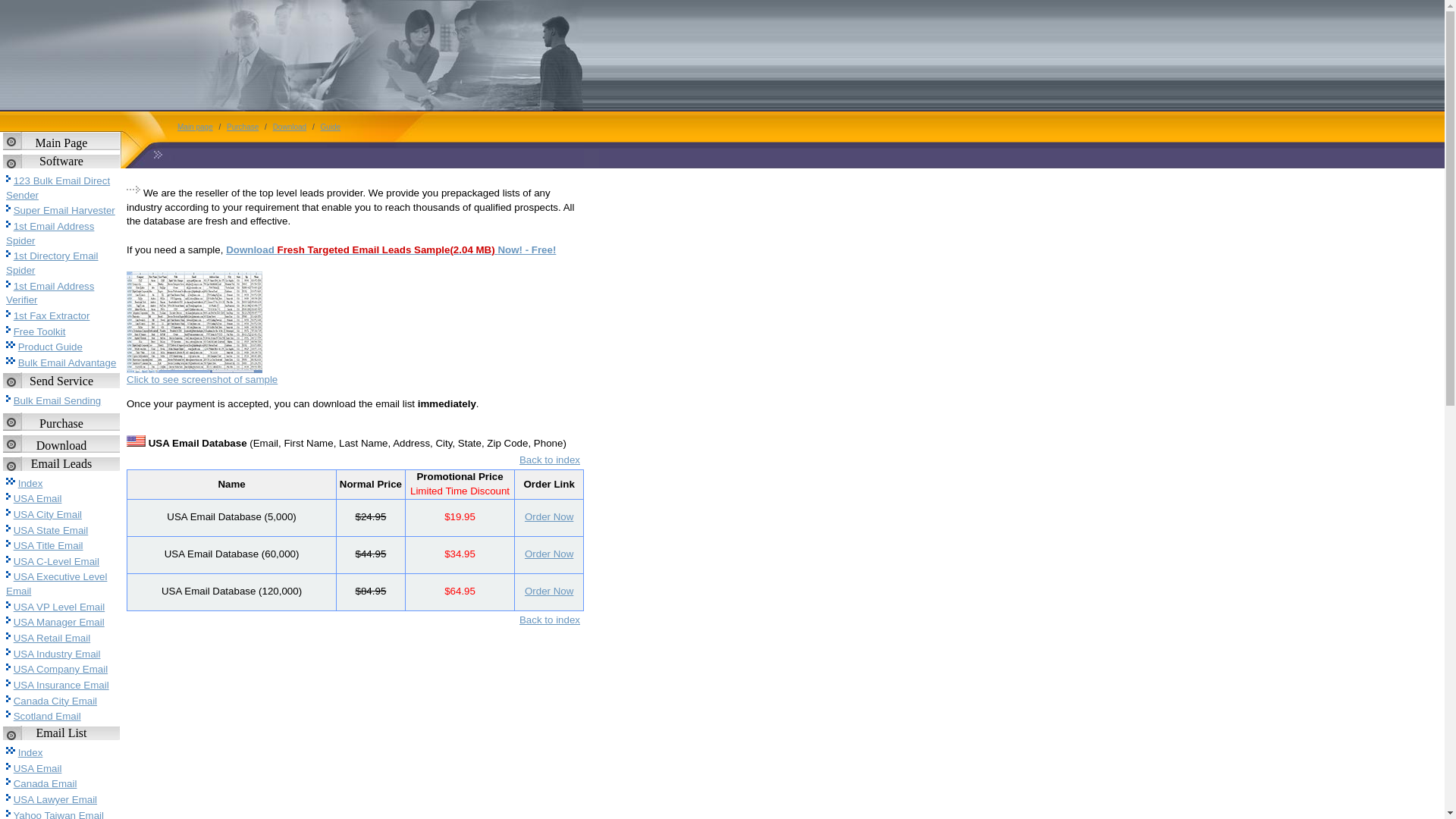 The width and height of the screenshot is (1456, 819). What do you see at coordinates (67, 362) in the screenshot?
I see `'Bulk Email Advantage'` at bounding box center [67, 362].